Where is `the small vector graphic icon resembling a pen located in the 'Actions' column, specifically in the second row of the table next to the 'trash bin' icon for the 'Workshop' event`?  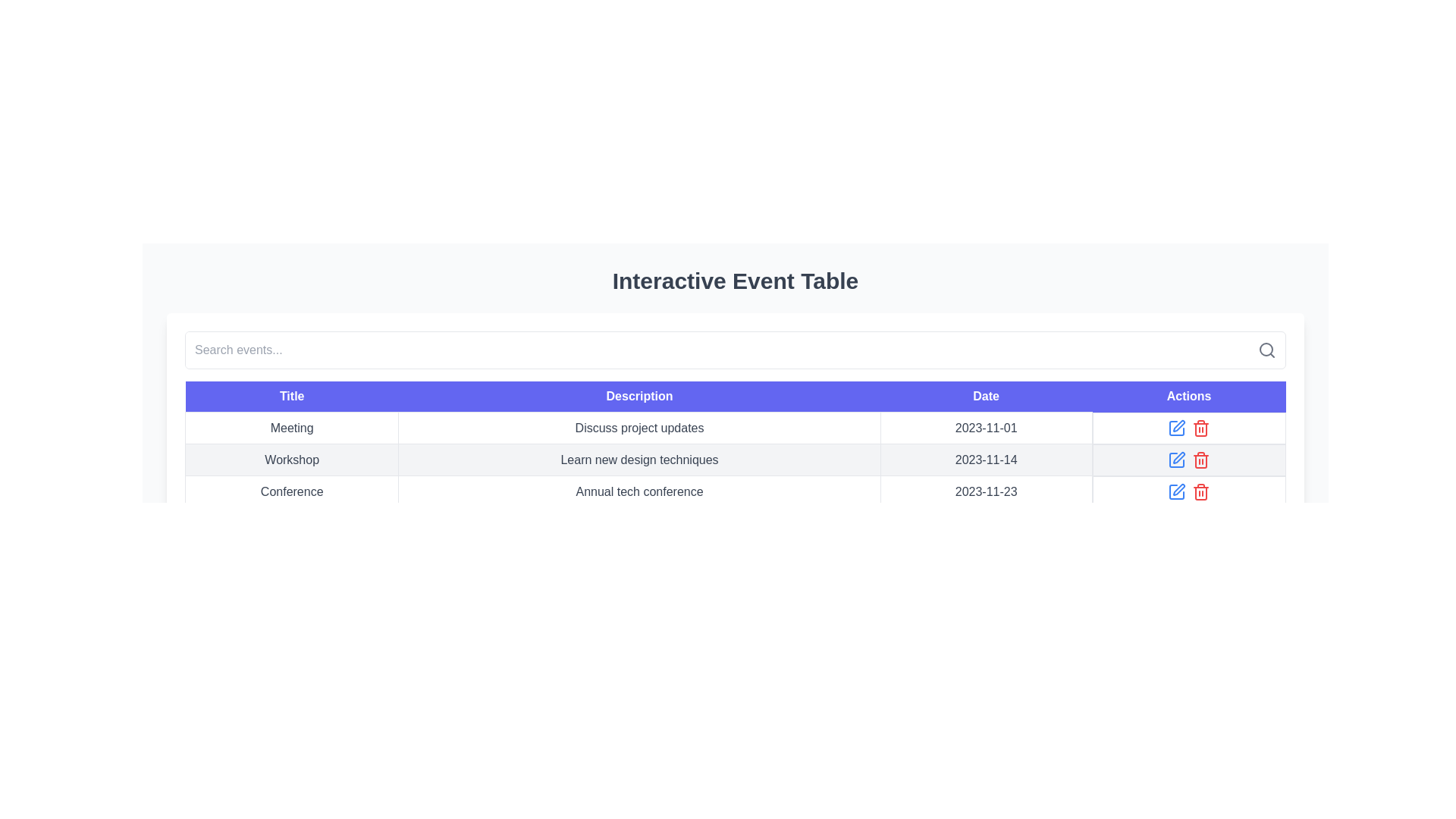 the small vector graphic icon resembling a pen located in the 'Actions' column, specifically in the second row of the table next to the 'trash bin' icon for the 'Workshop' event is located at coordinates (1178, 457).